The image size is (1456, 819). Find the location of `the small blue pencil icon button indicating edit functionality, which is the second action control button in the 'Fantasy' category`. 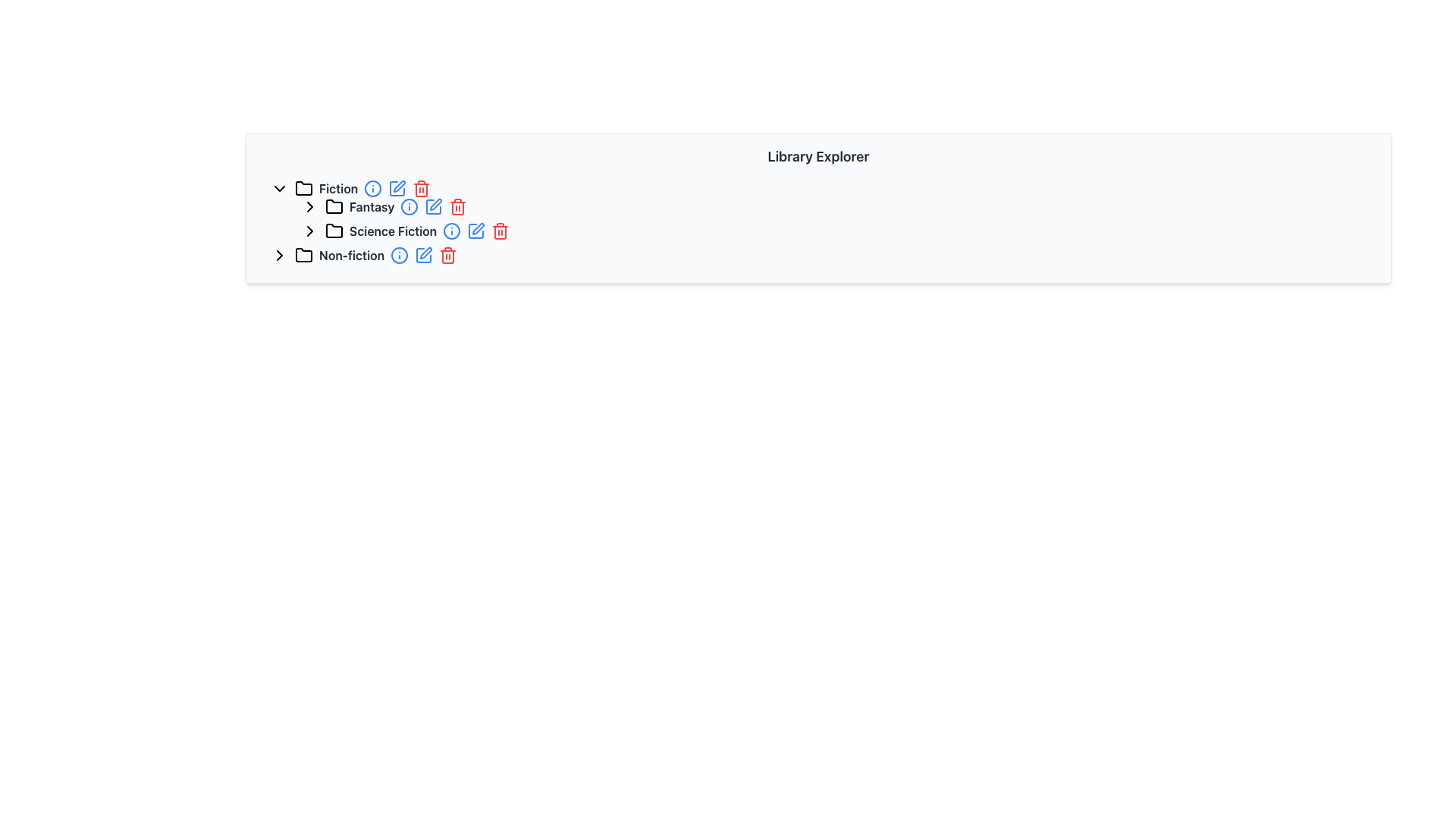

the small blue pencil icon button indicating edit functionality, which is the second action control button in the 'Fantasy' category is located at coordinates (433, 207).